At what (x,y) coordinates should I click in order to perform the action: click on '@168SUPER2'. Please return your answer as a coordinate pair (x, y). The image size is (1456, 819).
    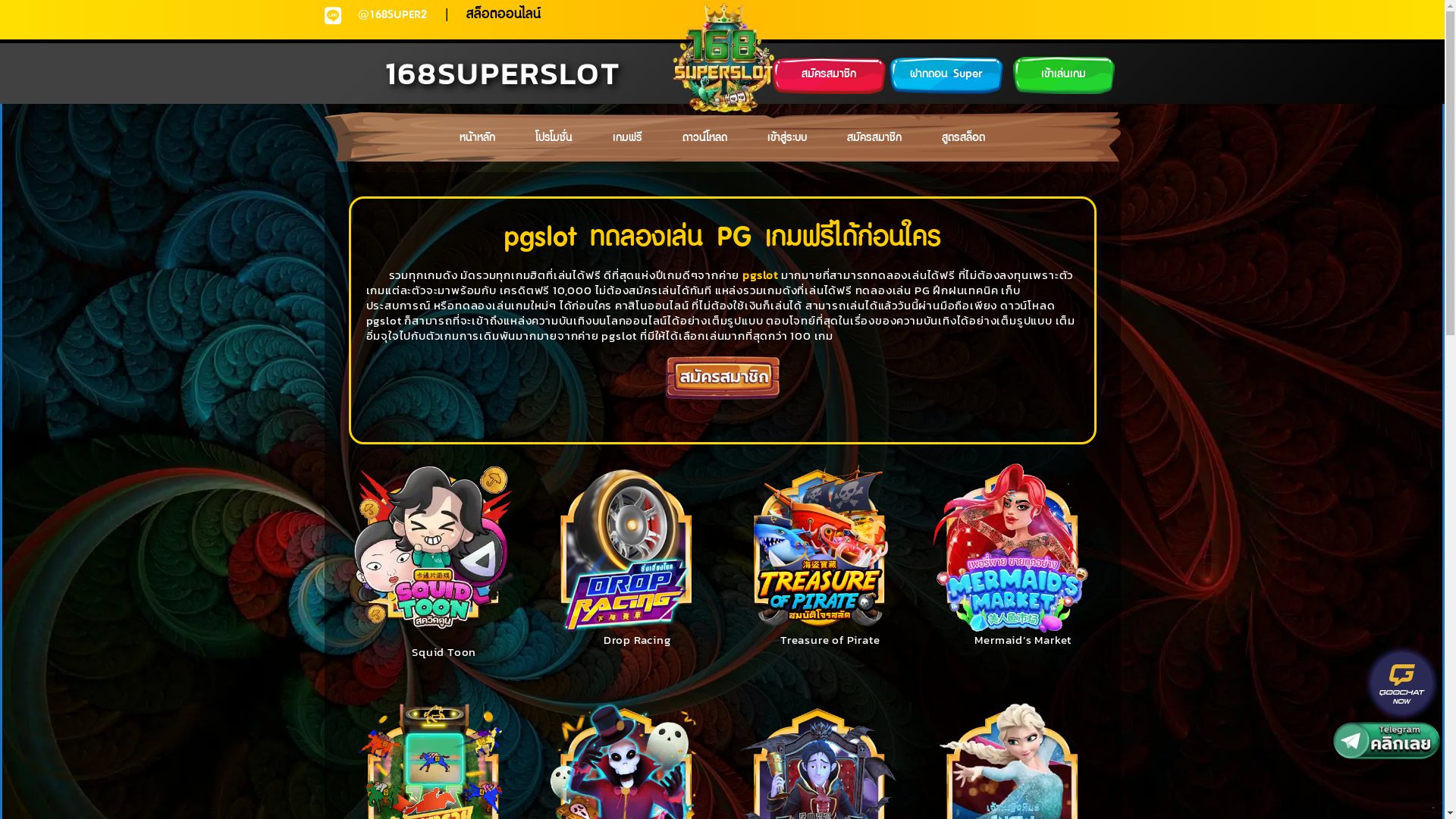
    Looking at the image, I should click on (392, 14).